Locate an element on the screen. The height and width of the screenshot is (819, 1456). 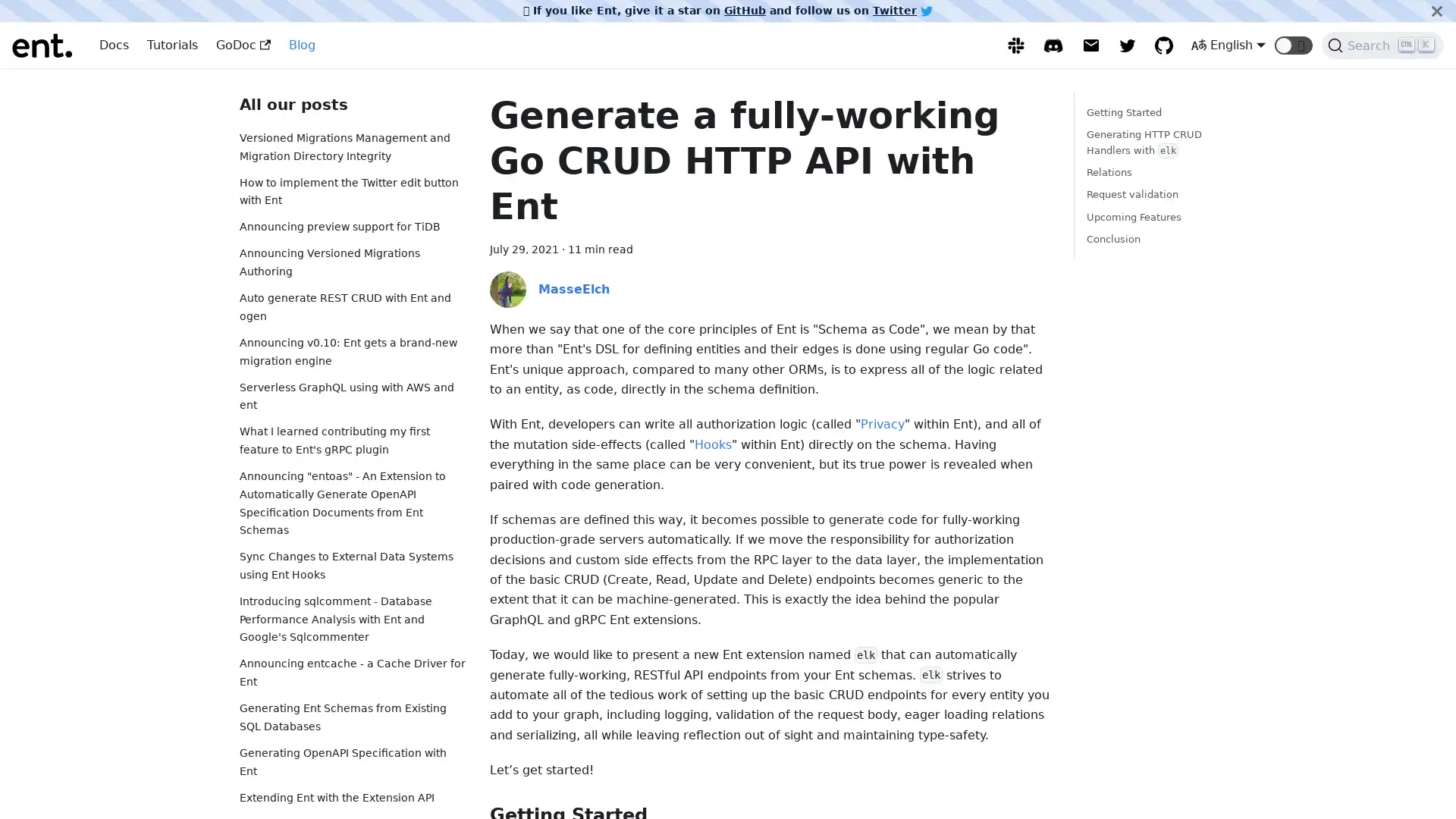
Search is located at coordinates (1382, 45).